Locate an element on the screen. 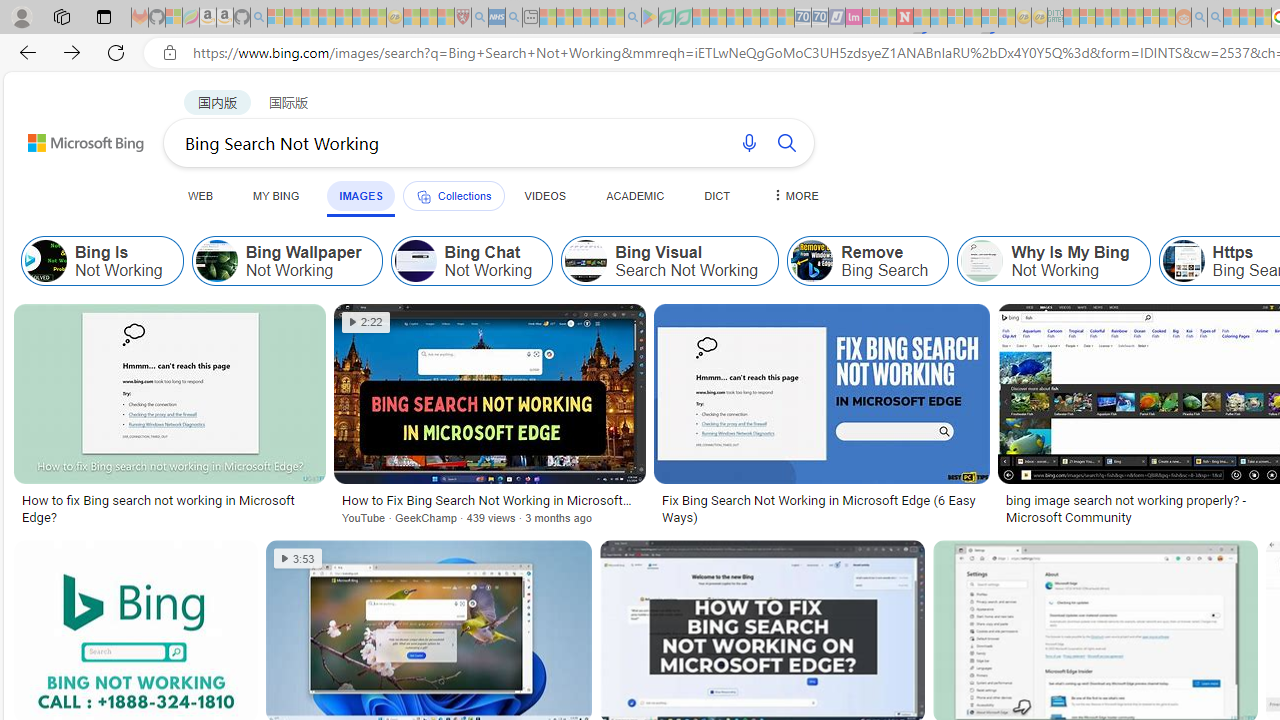 The image size is (1280, 720). 'Https Bing Search' is located at coordinates (1183, 260).